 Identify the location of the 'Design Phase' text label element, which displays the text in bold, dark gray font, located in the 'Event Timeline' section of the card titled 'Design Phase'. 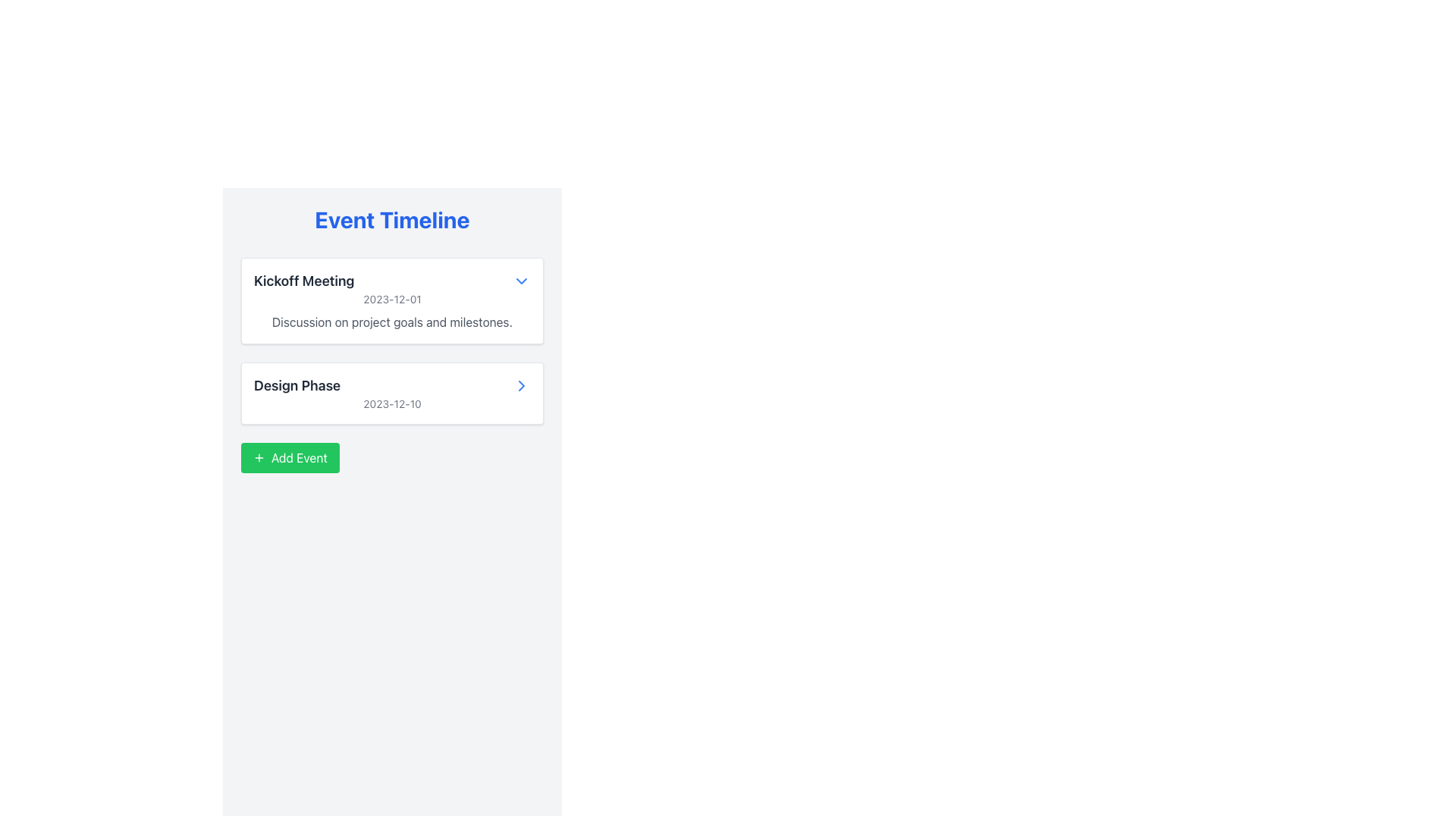
(297, 385).